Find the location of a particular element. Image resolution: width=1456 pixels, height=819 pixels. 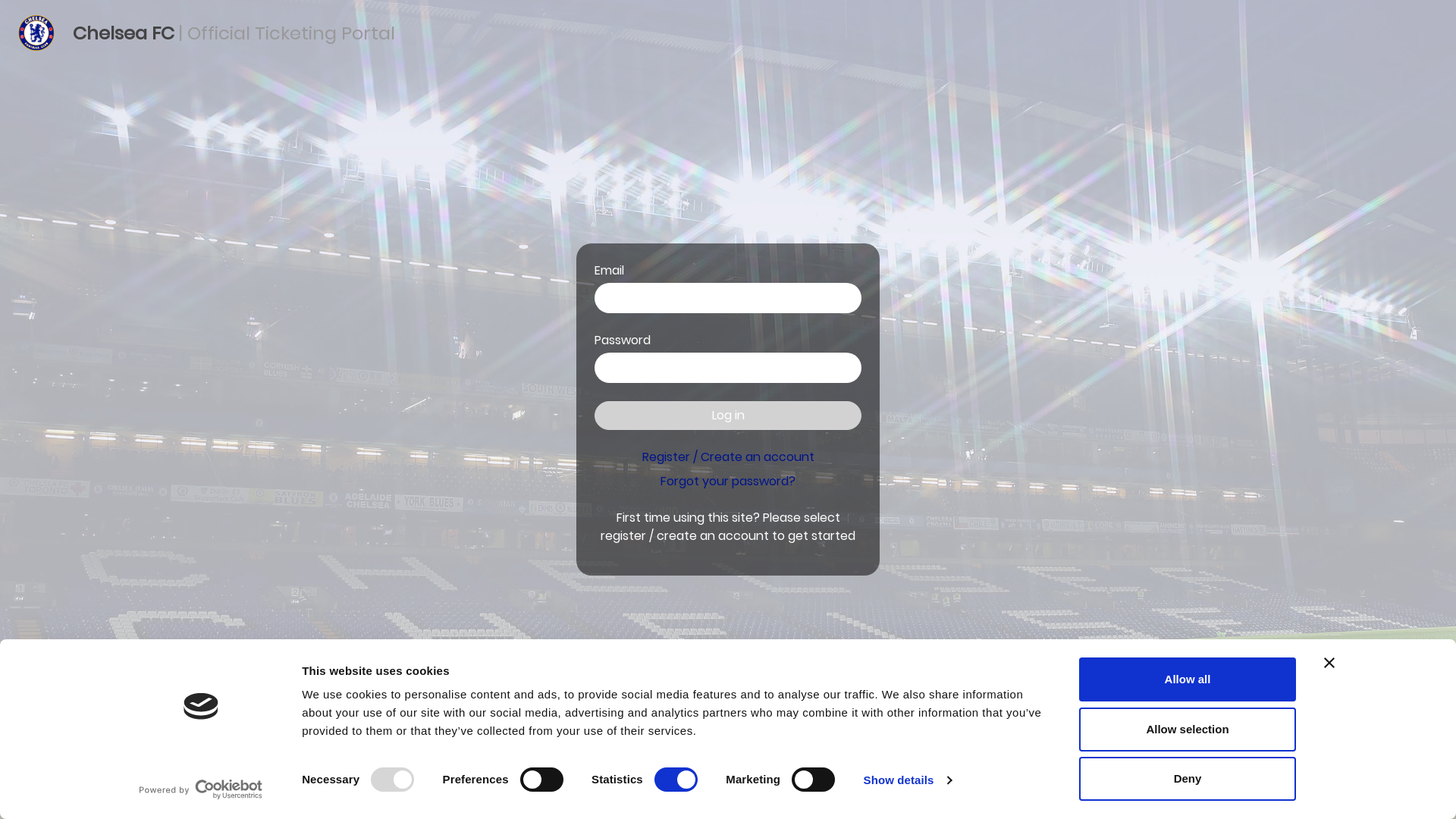

'Deny' is located at coordinates (1186, 778).